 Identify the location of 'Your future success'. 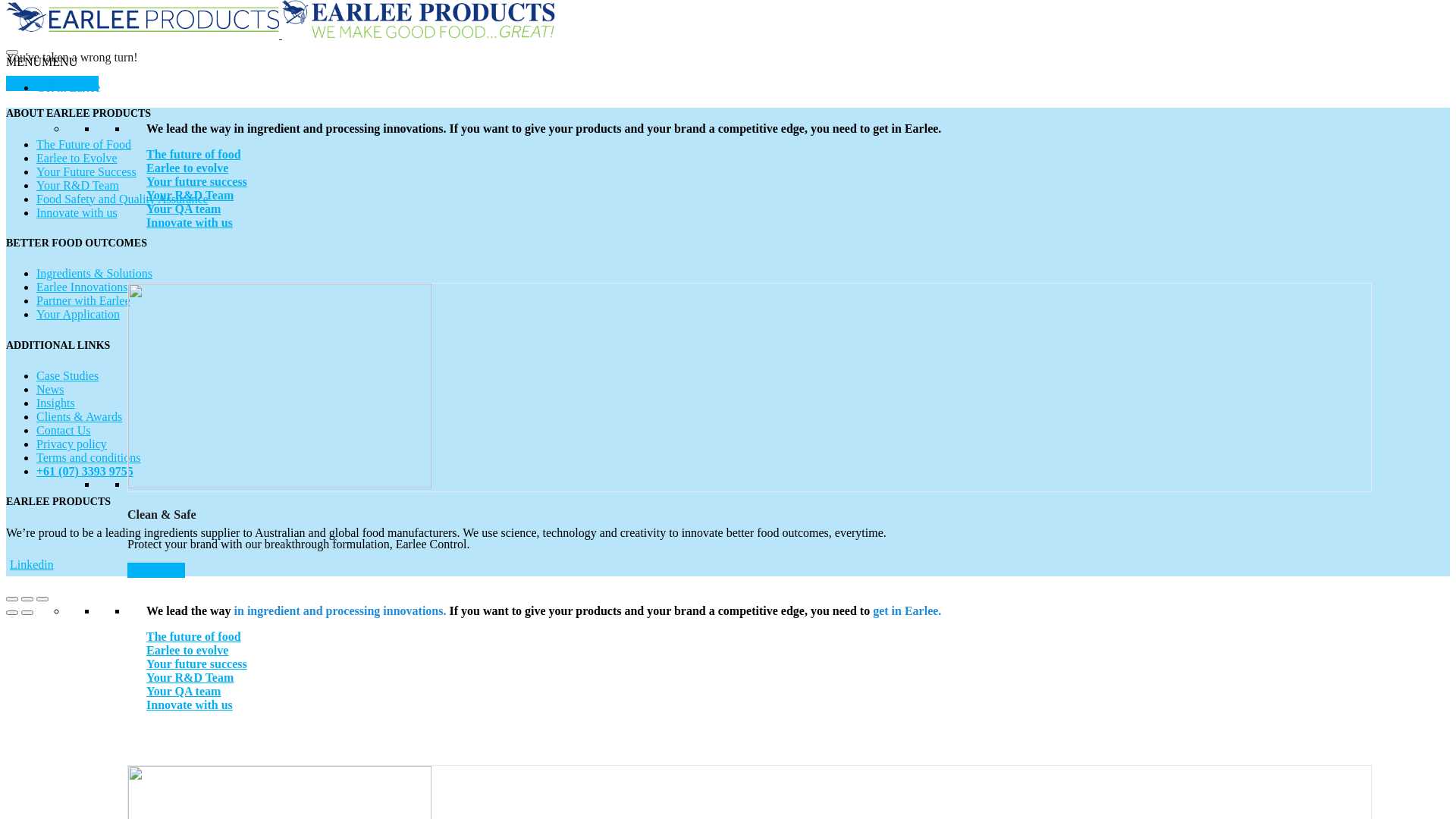
(196, 180).